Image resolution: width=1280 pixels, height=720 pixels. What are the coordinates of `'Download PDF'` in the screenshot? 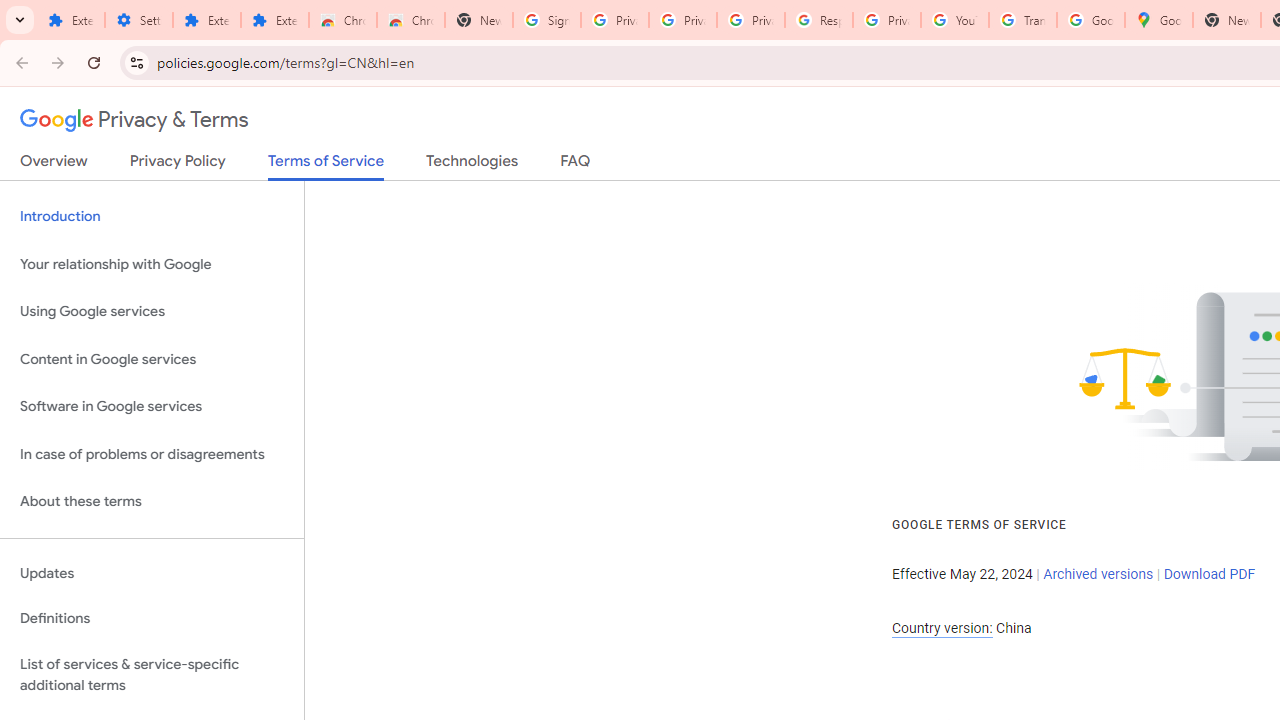 It's located at (1208, 574).